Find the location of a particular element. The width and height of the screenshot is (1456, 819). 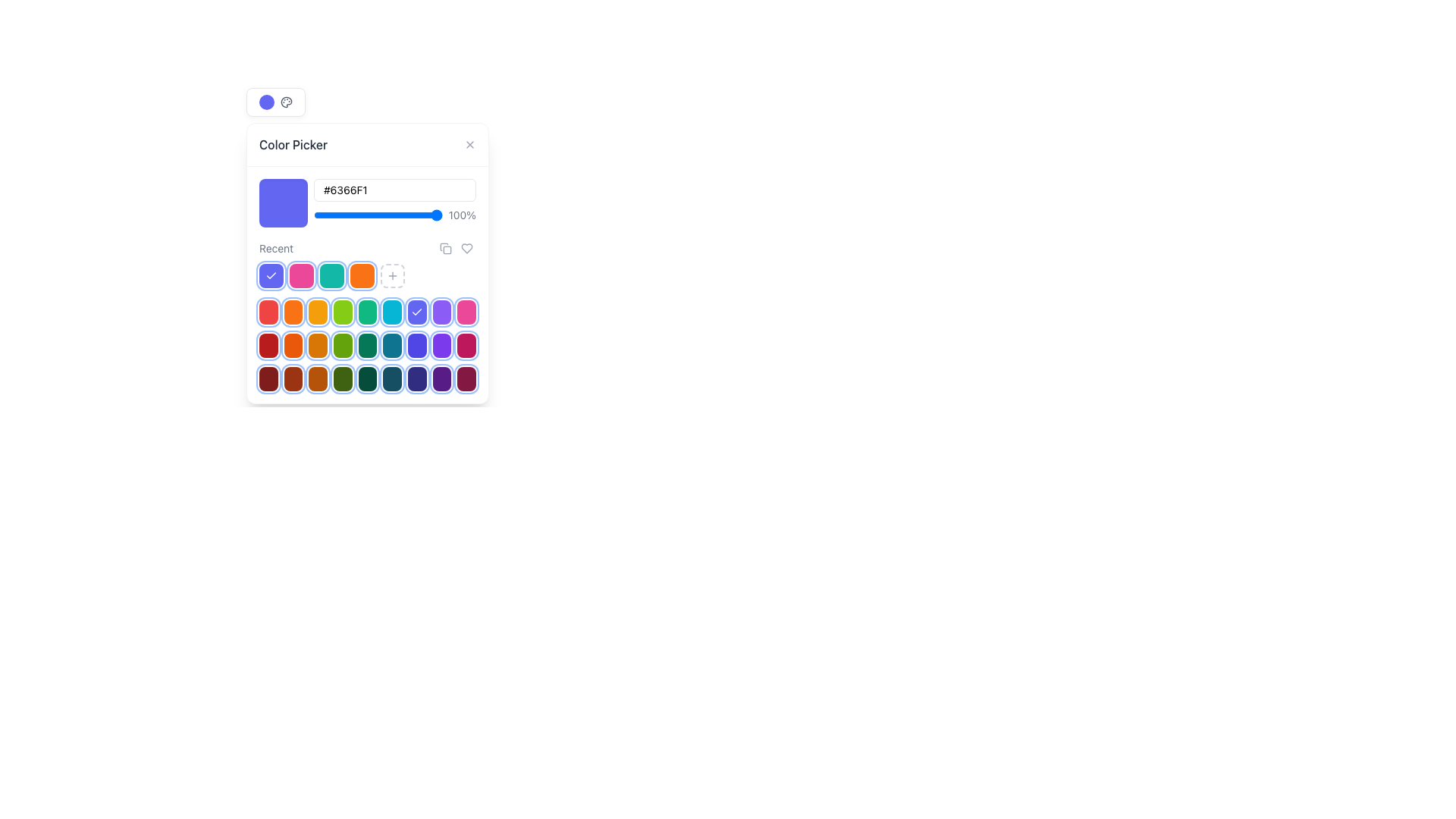

the first color selection button in the color picker dialog is located at coordinates (268, 345).